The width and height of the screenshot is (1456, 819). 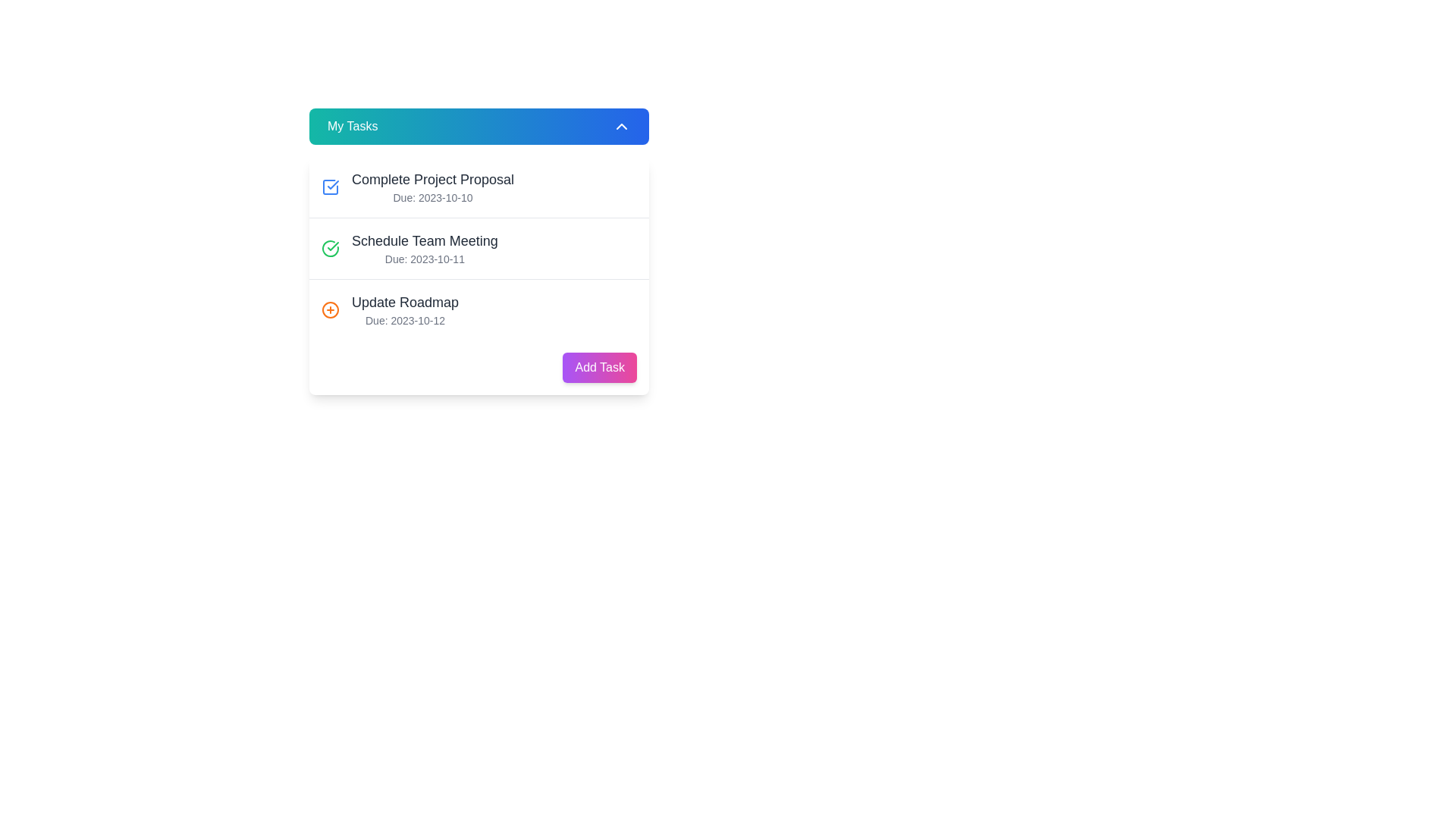 I want to click on the green circular icon with a checkmark inside, which indicates a completed task, located to the left of the text 'Schedule Team Meeting', so click(x=330, y=247).